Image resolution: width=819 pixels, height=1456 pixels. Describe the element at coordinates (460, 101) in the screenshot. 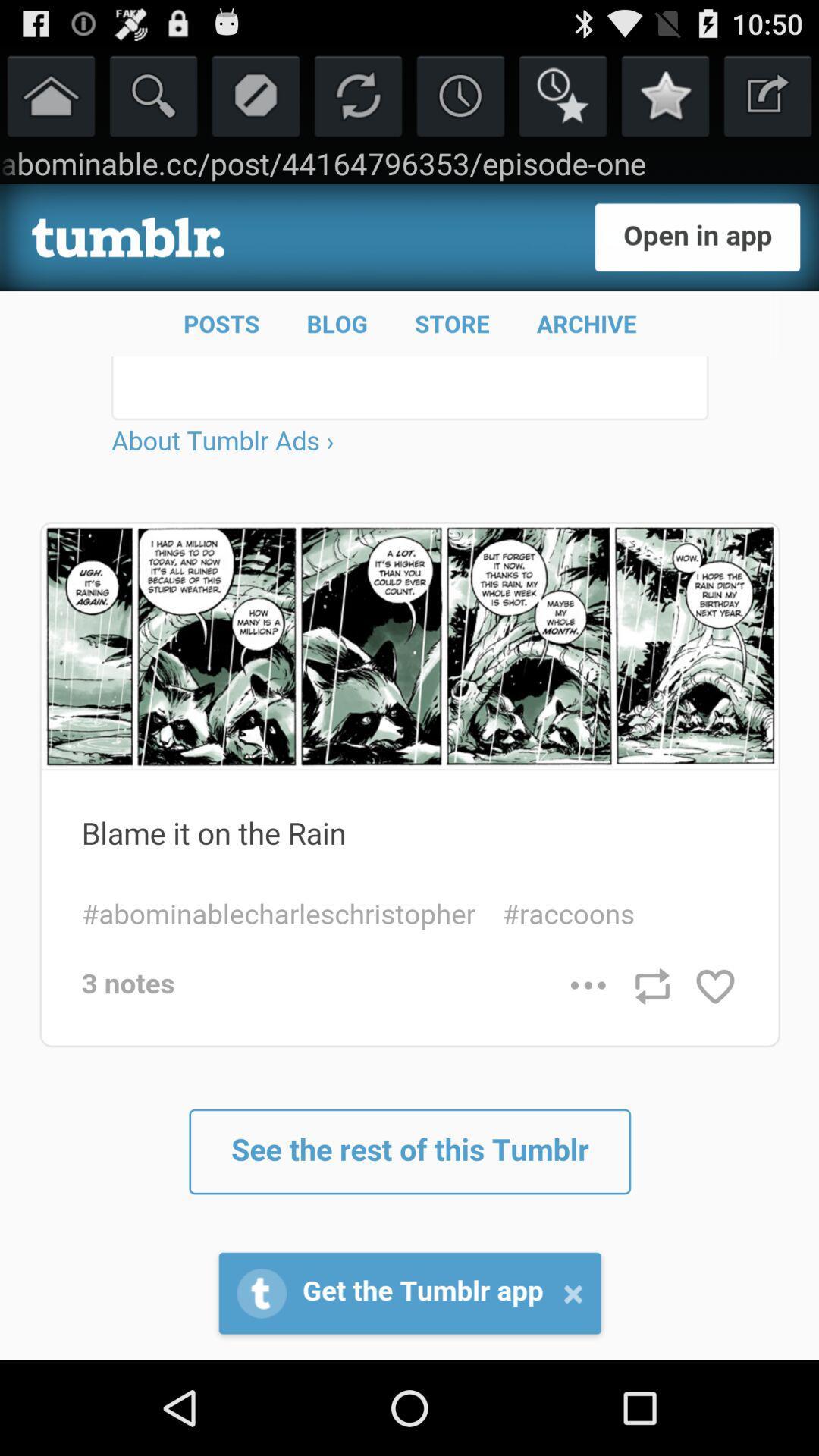

I see `the time icon` at that location.